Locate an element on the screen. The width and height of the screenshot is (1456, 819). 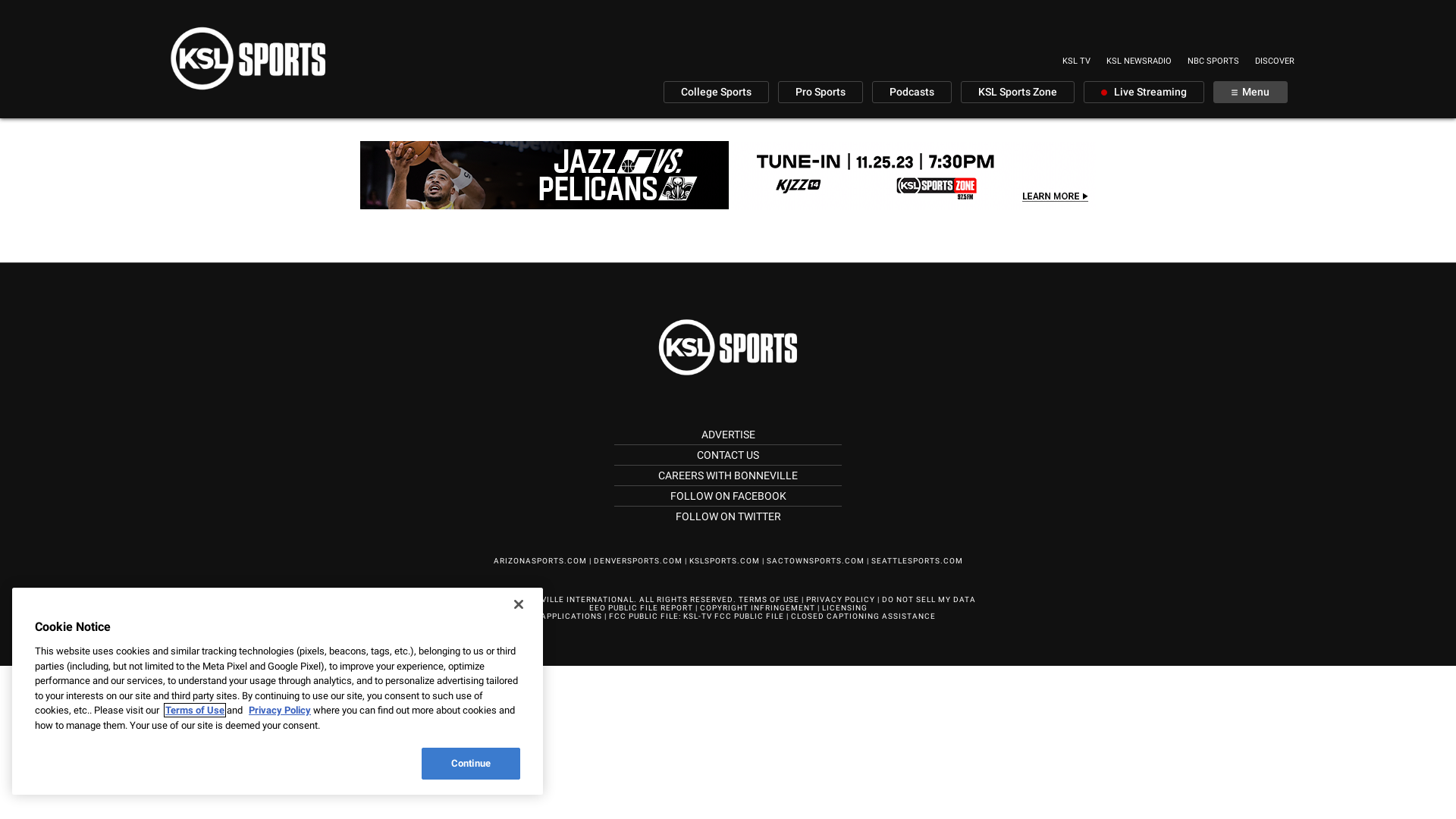
'DISCOVER' is located at coordinates (1274, 60).